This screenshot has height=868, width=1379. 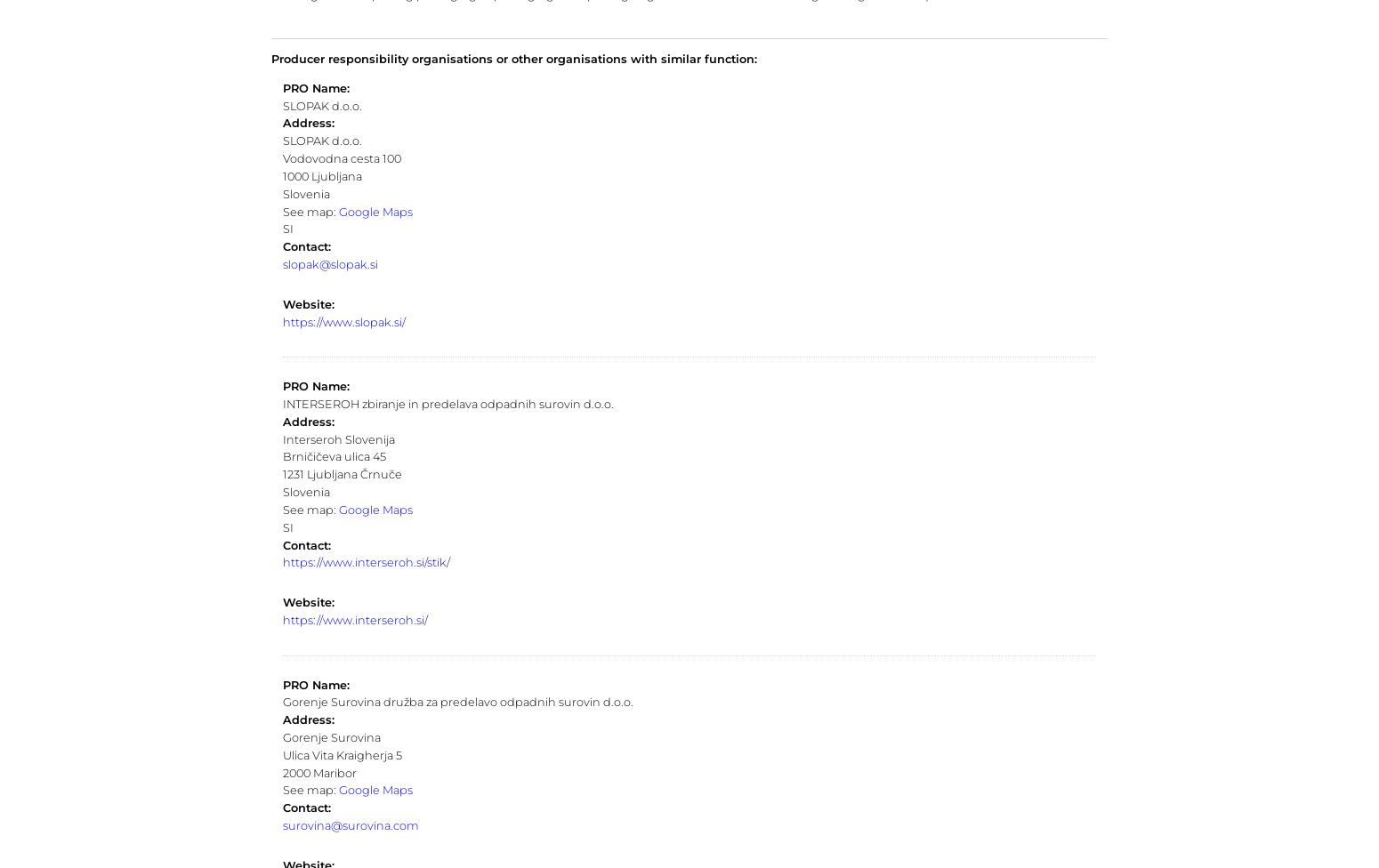 What do you see at coordinates (446, 402) in the screenshot?
I see `'INTERSEROH zbiranje in predelava odpadnih surovin d.o.o.'` at bounding box center [446, 402].